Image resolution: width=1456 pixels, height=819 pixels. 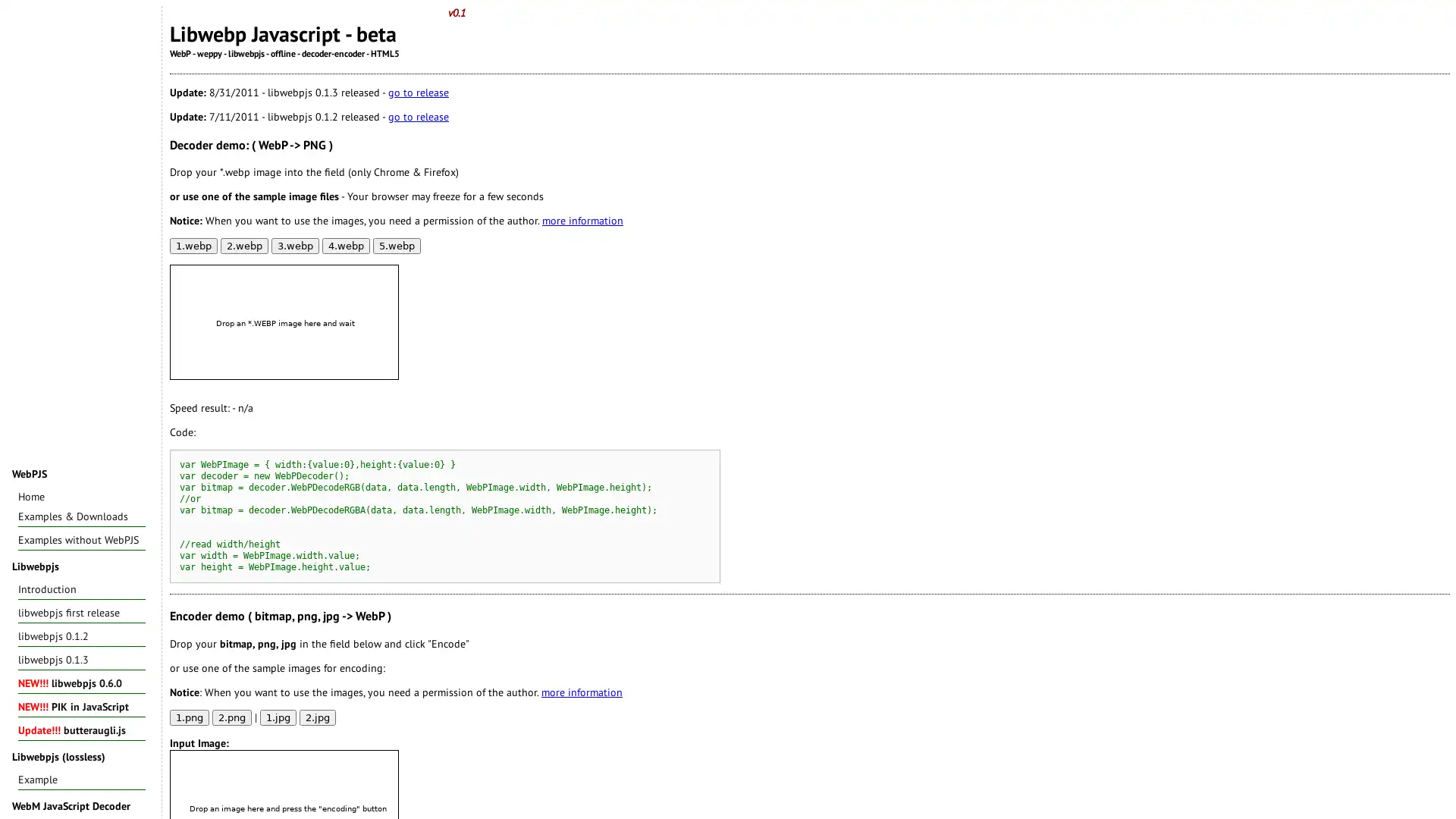 What do you see at coordinates (231, 717) in the screenshot?
I see `2.png` at bounding box center [231, 717].